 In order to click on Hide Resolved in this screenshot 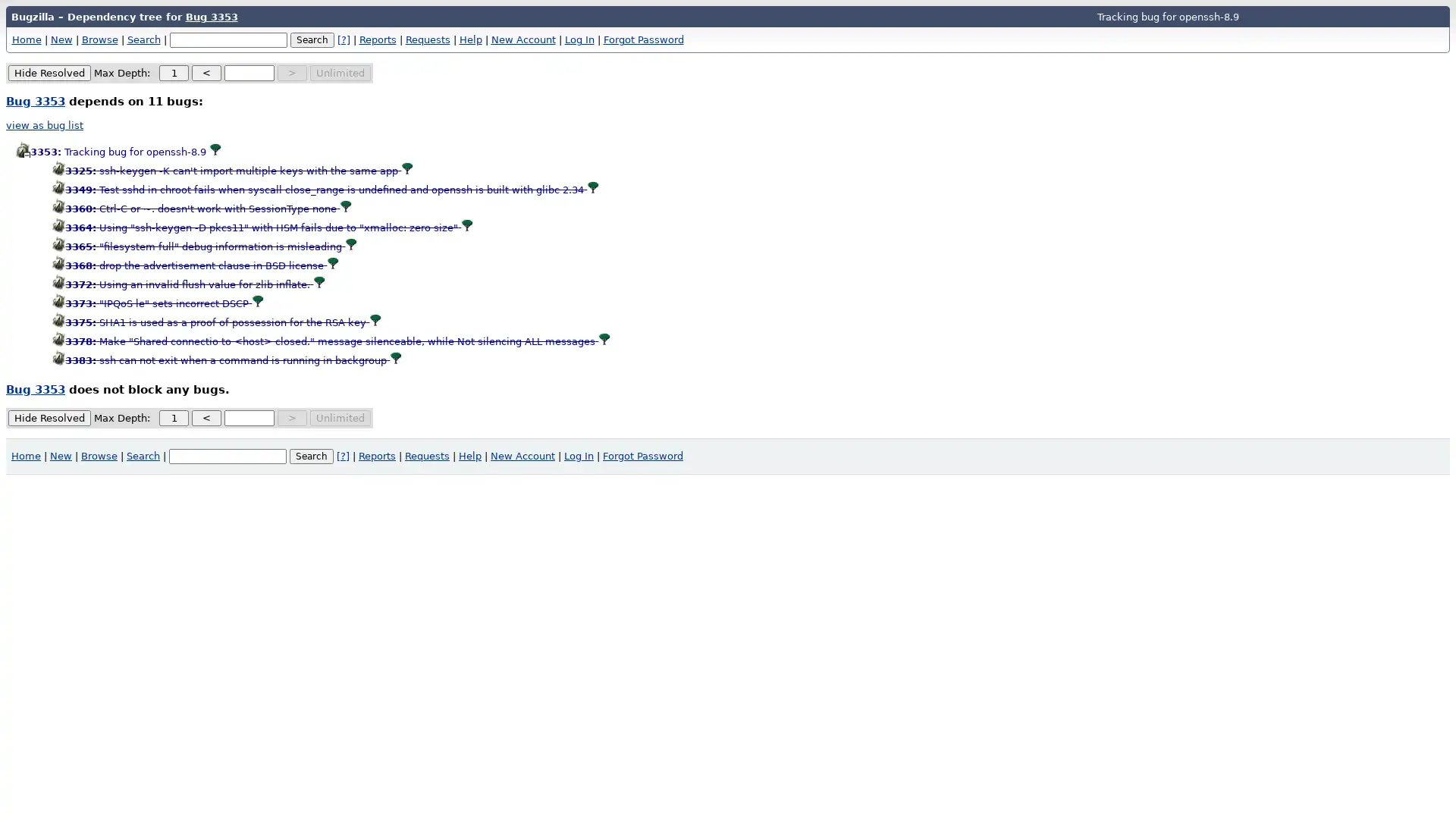, I will do `click(49, 73)`.